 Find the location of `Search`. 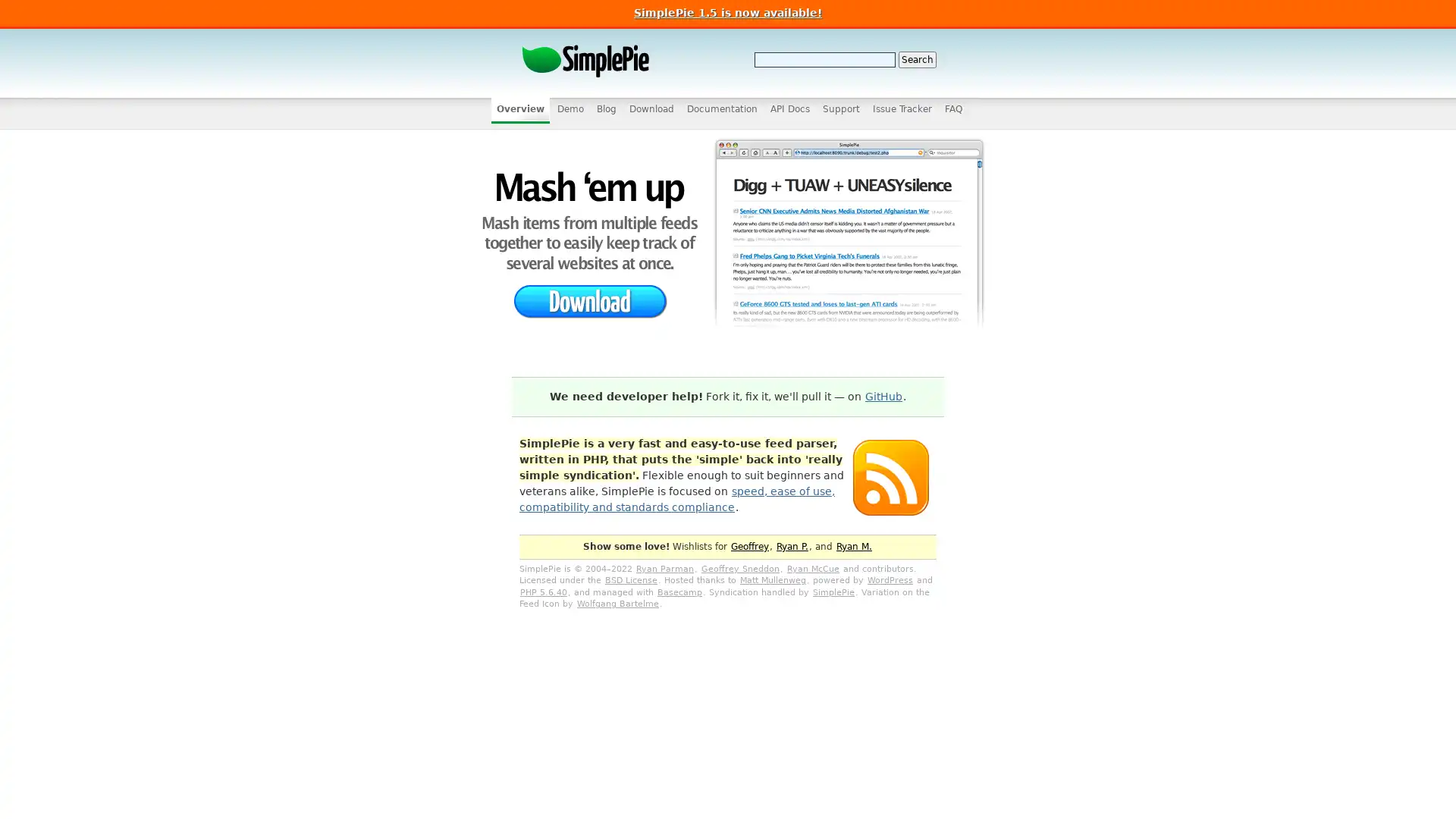

Search is located at coordinates (916, 58).